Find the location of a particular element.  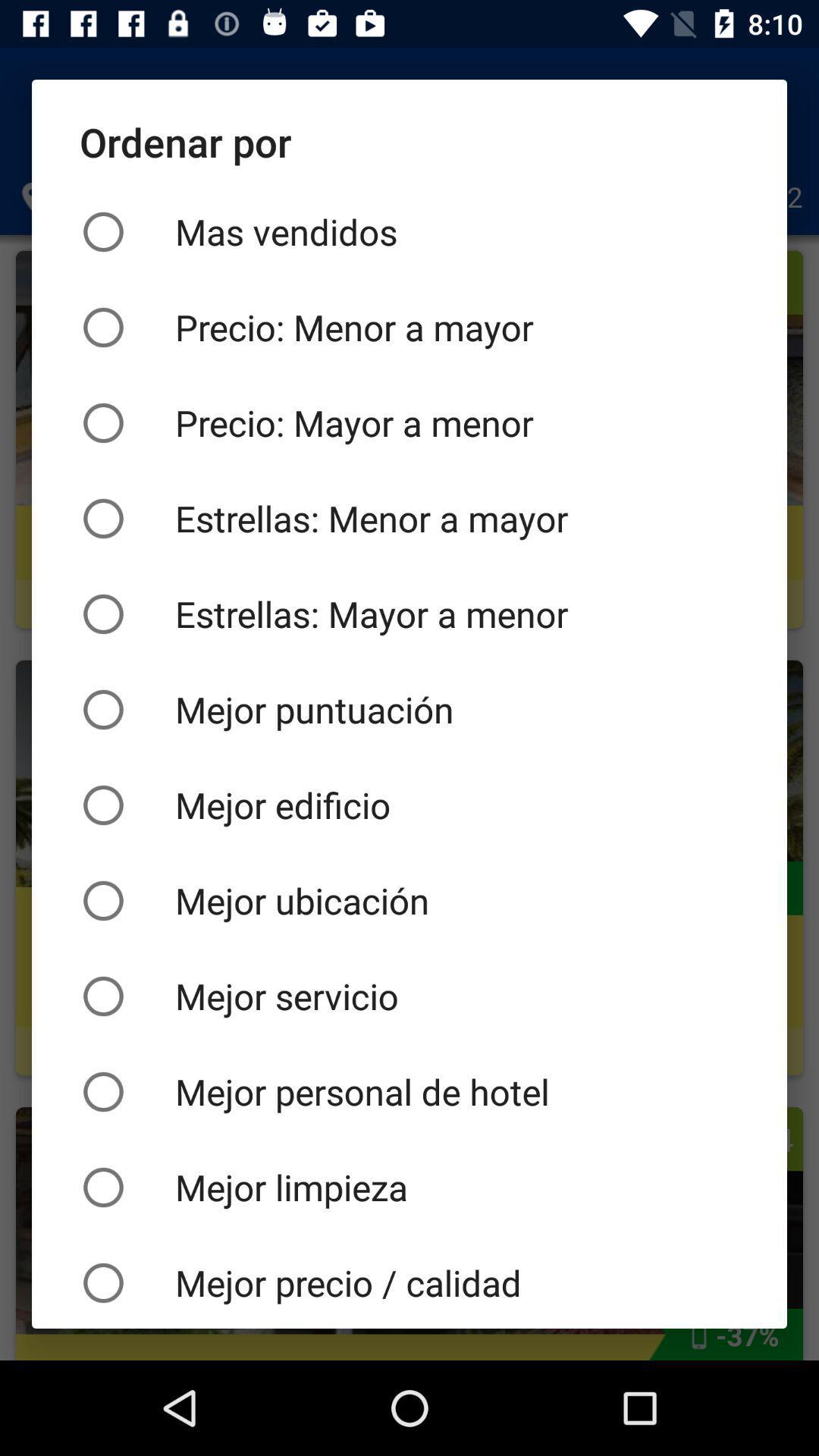

the icon below ordenar por item is located at coordinates (409, 231).